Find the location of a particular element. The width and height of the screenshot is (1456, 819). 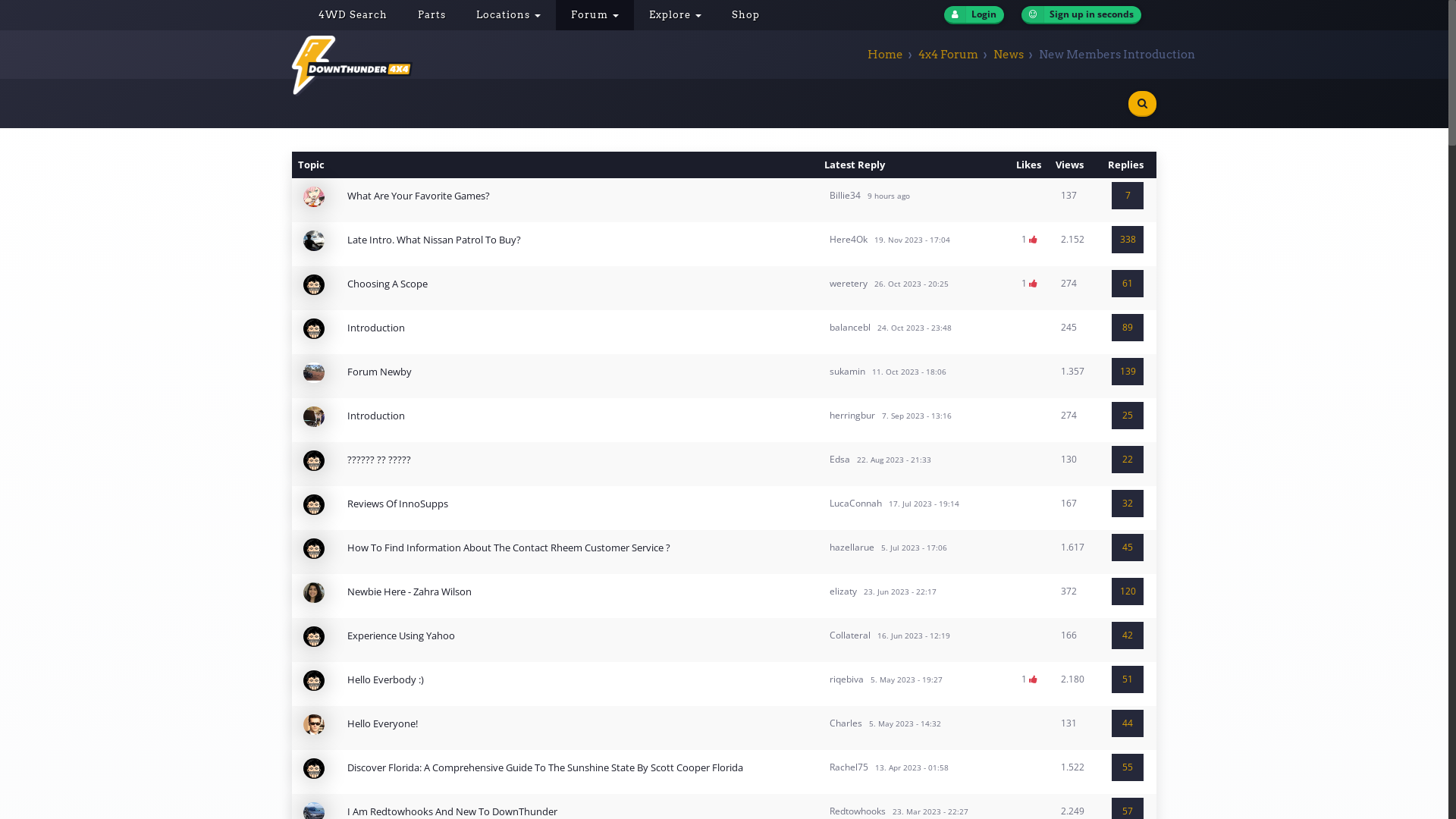

'4x4 Forum' is located at coordinates (947, 54).